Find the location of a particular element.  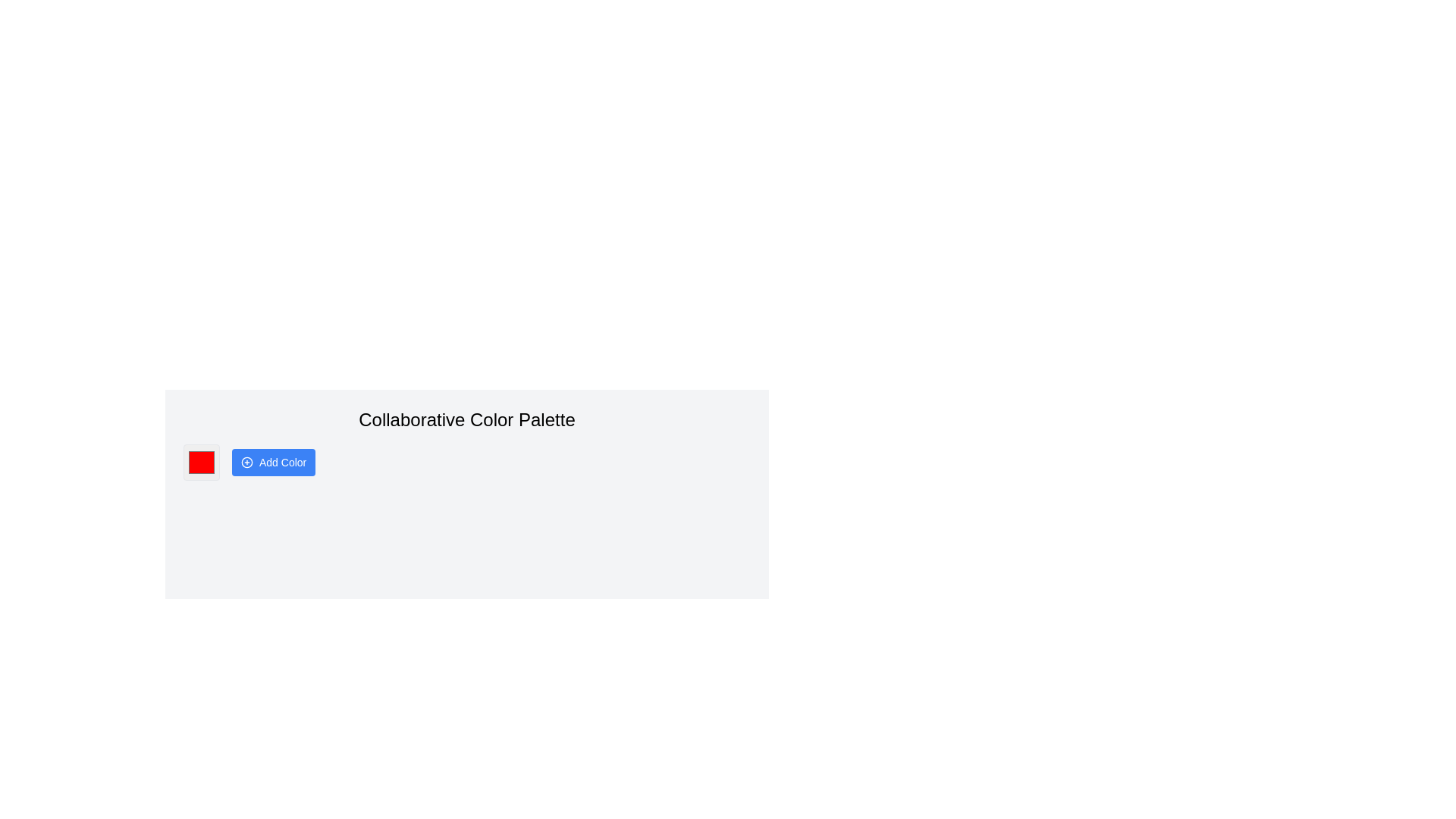

the 'Add Color' button located below the 'Collaborative Color Palette' text to change its appearance is located at coordinates (274, 461).